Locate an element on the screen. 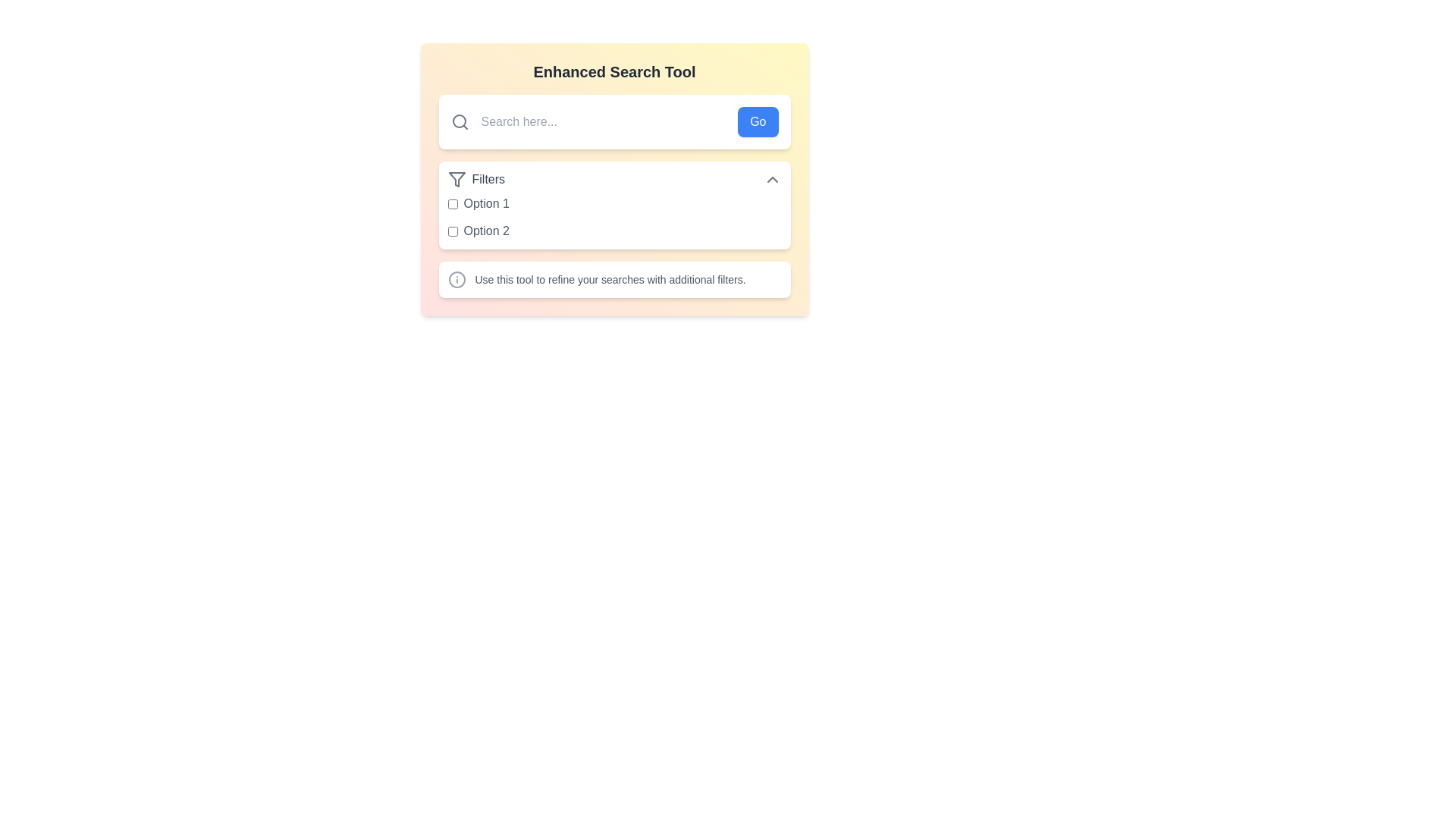 The image size is (1456, 819). the 'Filters' toggle button located at the top of the options list is located at coordinates (614, 178).